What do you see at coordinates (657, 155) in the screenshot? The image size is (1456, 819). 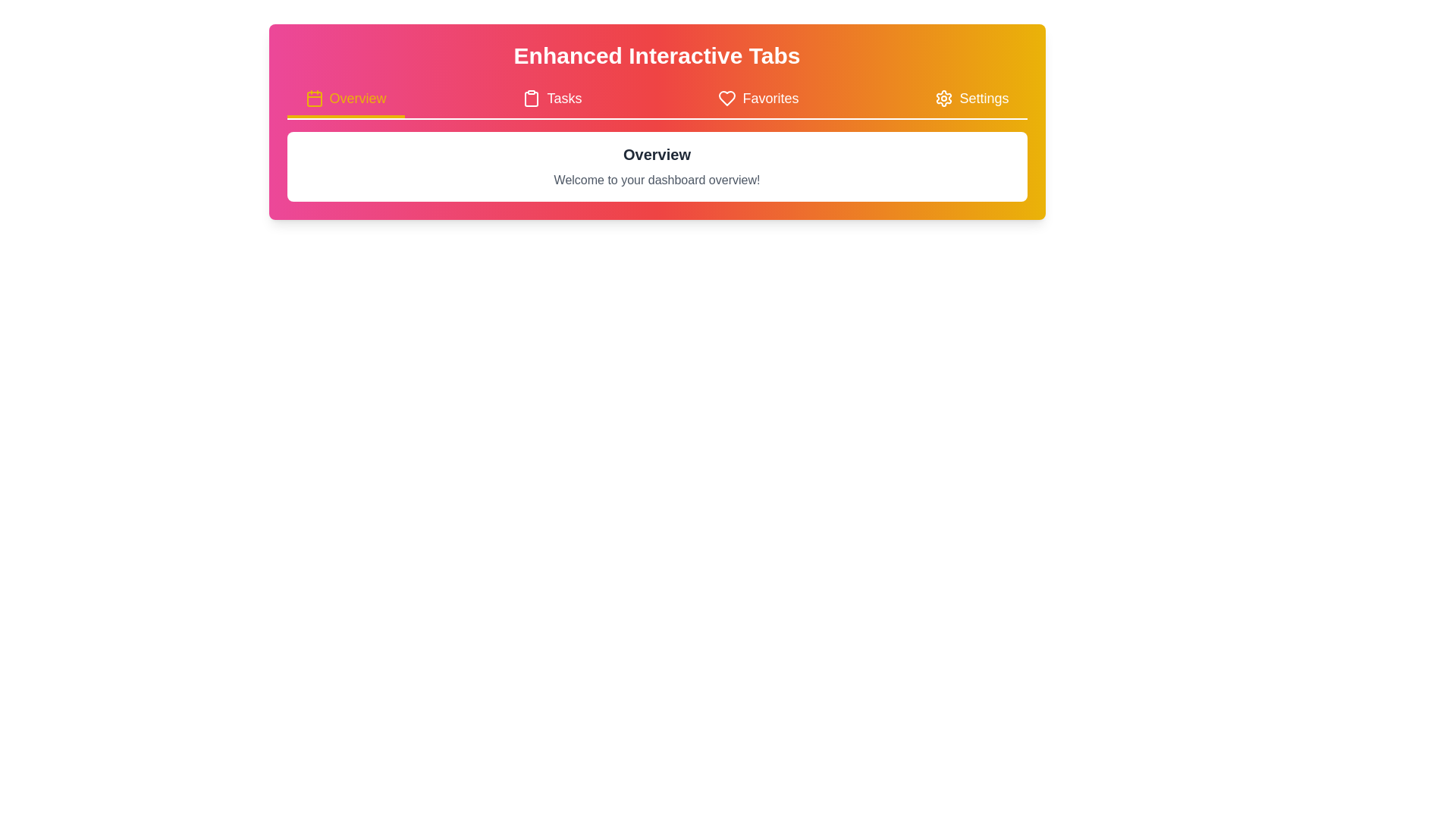 I see `the bold text label displaying 'Overview', which is styled with a dark gray font and positioned prominently above the text block 'Welcome to your dashboard overview!'` at bounding box center [657, 155].